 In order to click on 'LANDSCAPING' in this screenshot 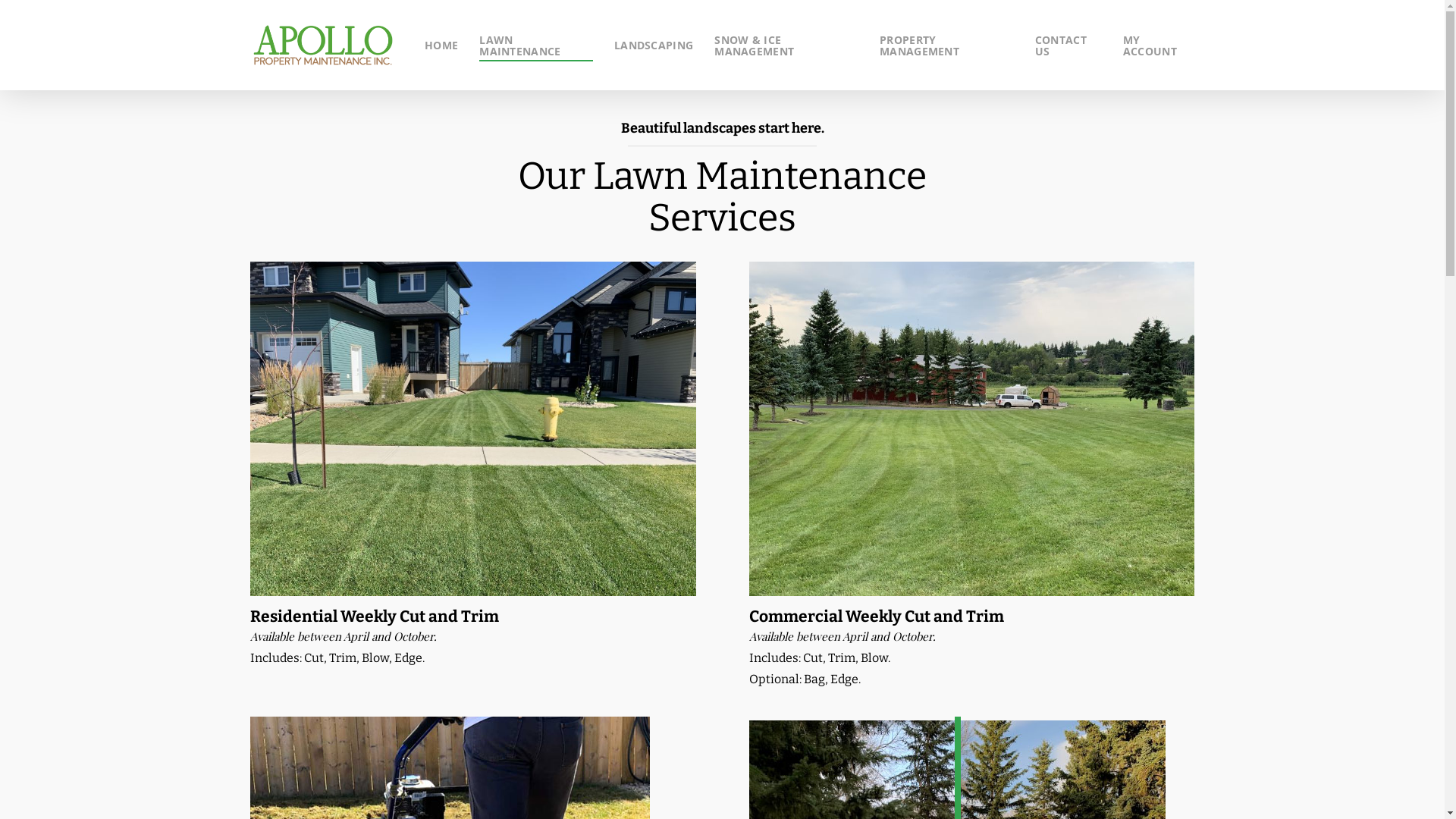, I will do `click(614, 44)`.